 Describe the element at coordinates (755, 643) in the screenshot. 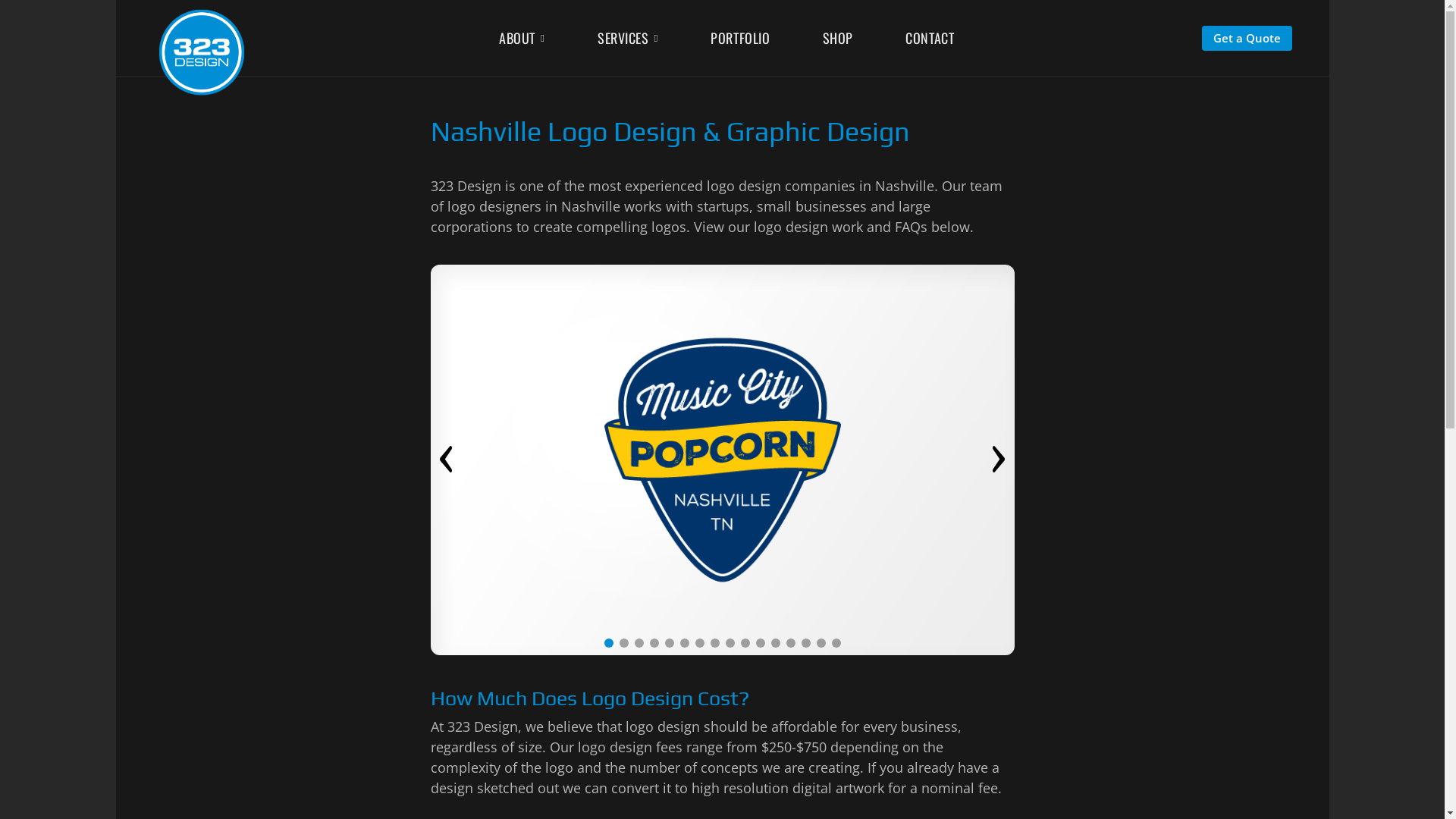

I see `'11'` at that location.